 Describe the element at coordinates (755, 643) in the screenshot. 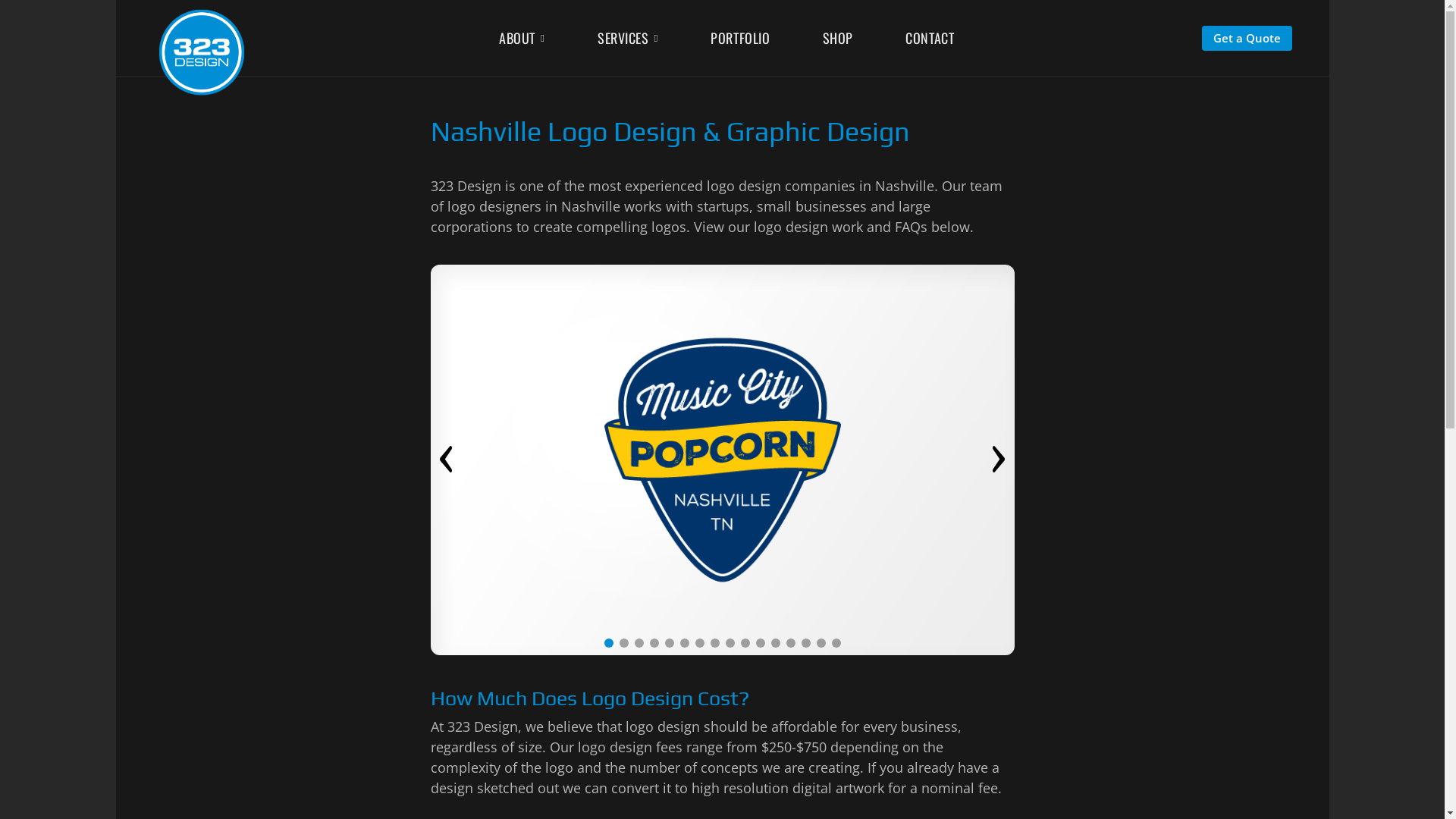

I see `'11'` at that location.